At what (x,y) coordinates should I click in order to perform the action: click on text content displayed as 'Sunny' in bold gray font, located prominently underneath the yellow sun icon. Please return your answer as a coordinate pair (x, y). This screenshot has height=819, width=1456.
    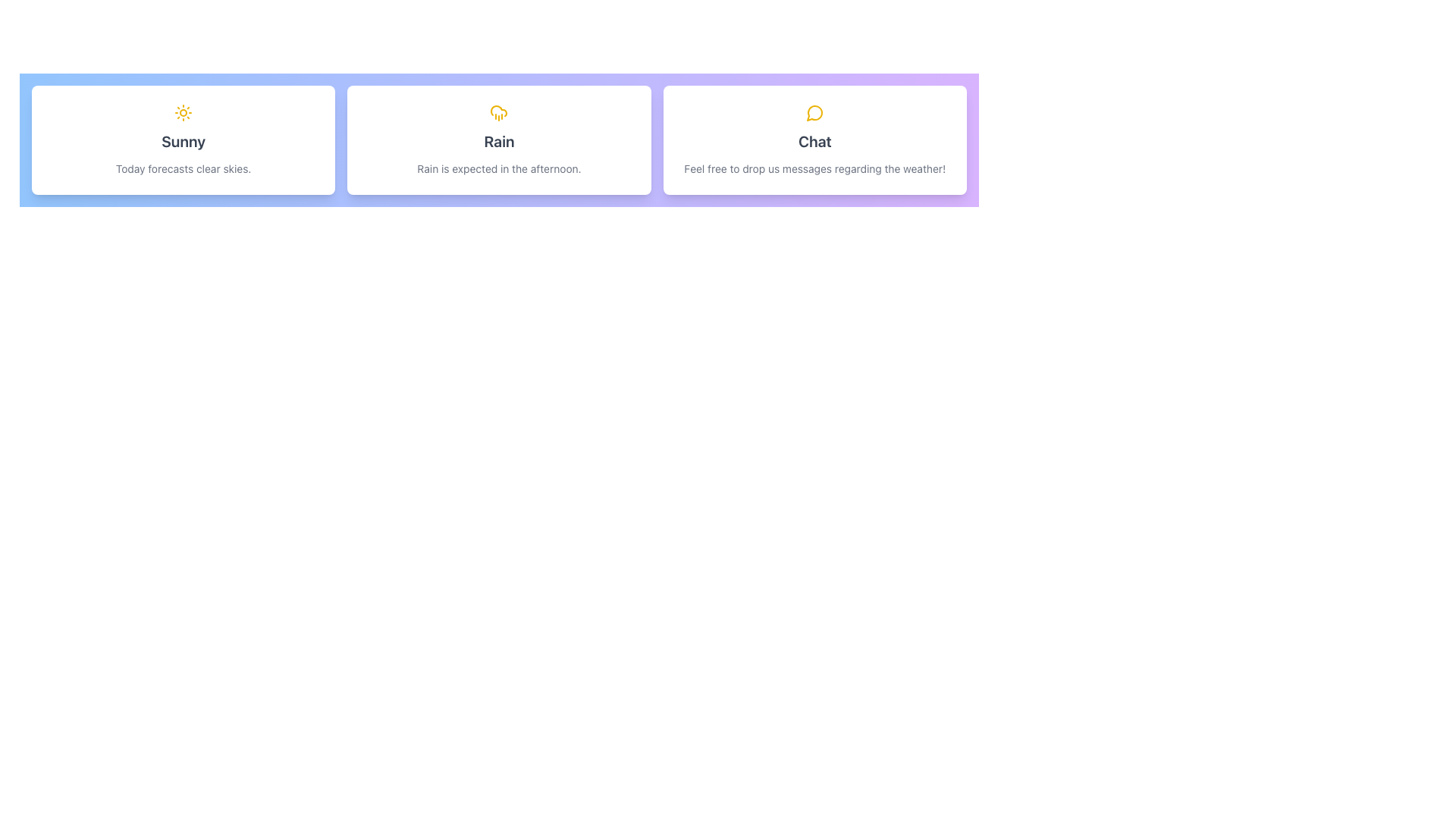
    Looking at the image, I should click on (183, 141).